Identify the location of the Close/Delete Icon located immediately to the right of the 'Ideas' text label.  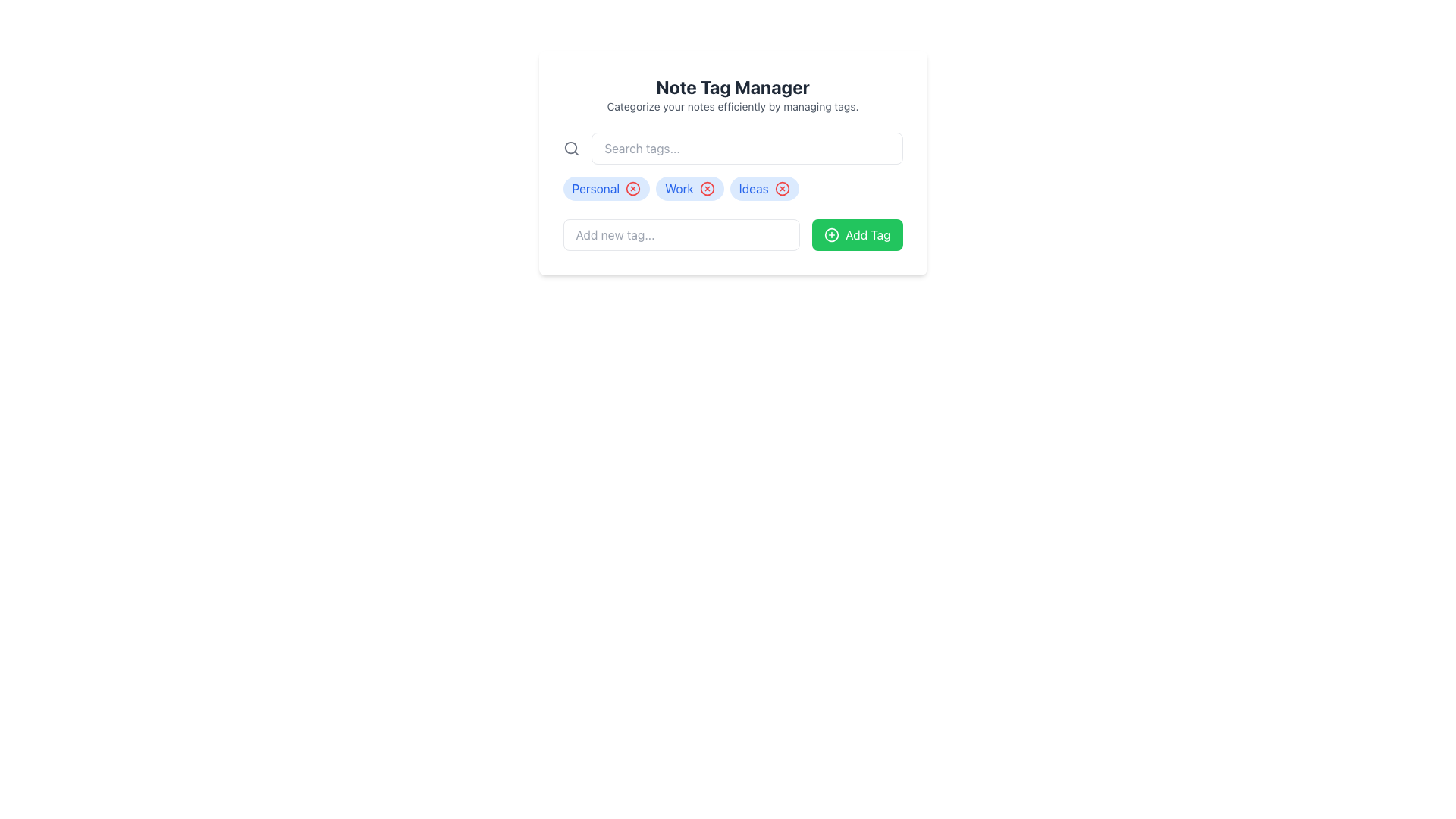
(782, 188).